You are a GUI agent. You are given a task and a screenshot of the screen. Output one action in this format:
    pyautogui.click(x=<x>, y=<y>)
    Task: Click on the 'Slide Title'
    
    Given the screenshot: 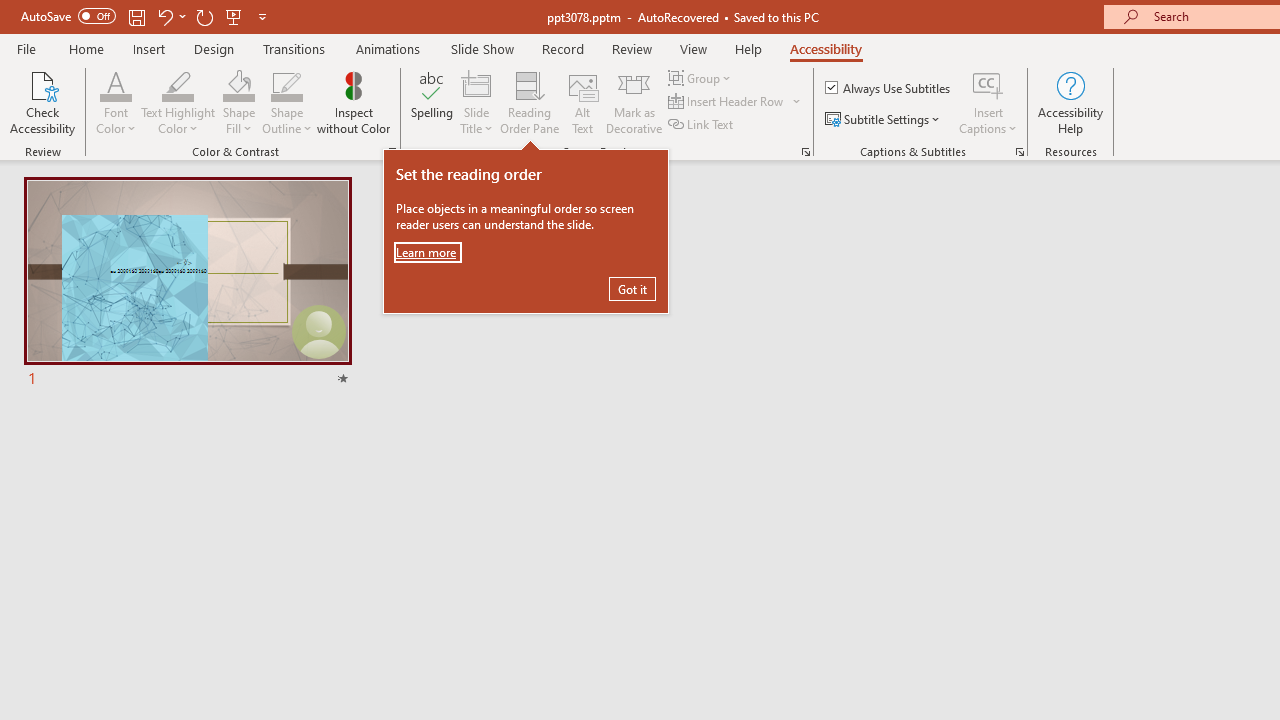 What is the action you would take?
    pyautogui.click(x=475, y=84)
    